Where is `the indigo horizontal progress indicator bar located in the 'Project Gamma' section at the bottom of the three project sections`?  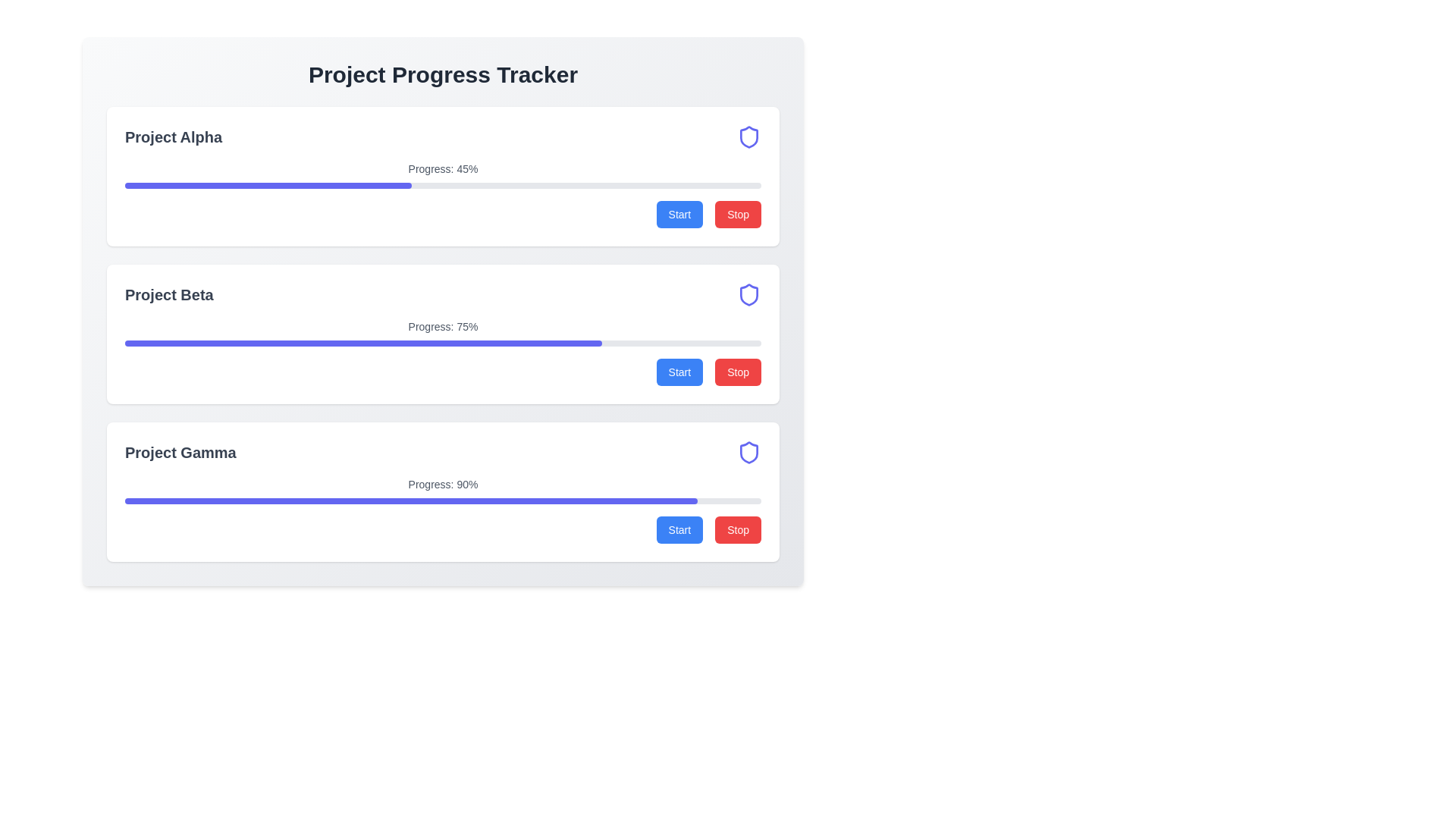 the indigo horizontal progress indicator bar located in the 'Project Gamma' section at the bottom of the three project sections is located at coordinates (411, 500).